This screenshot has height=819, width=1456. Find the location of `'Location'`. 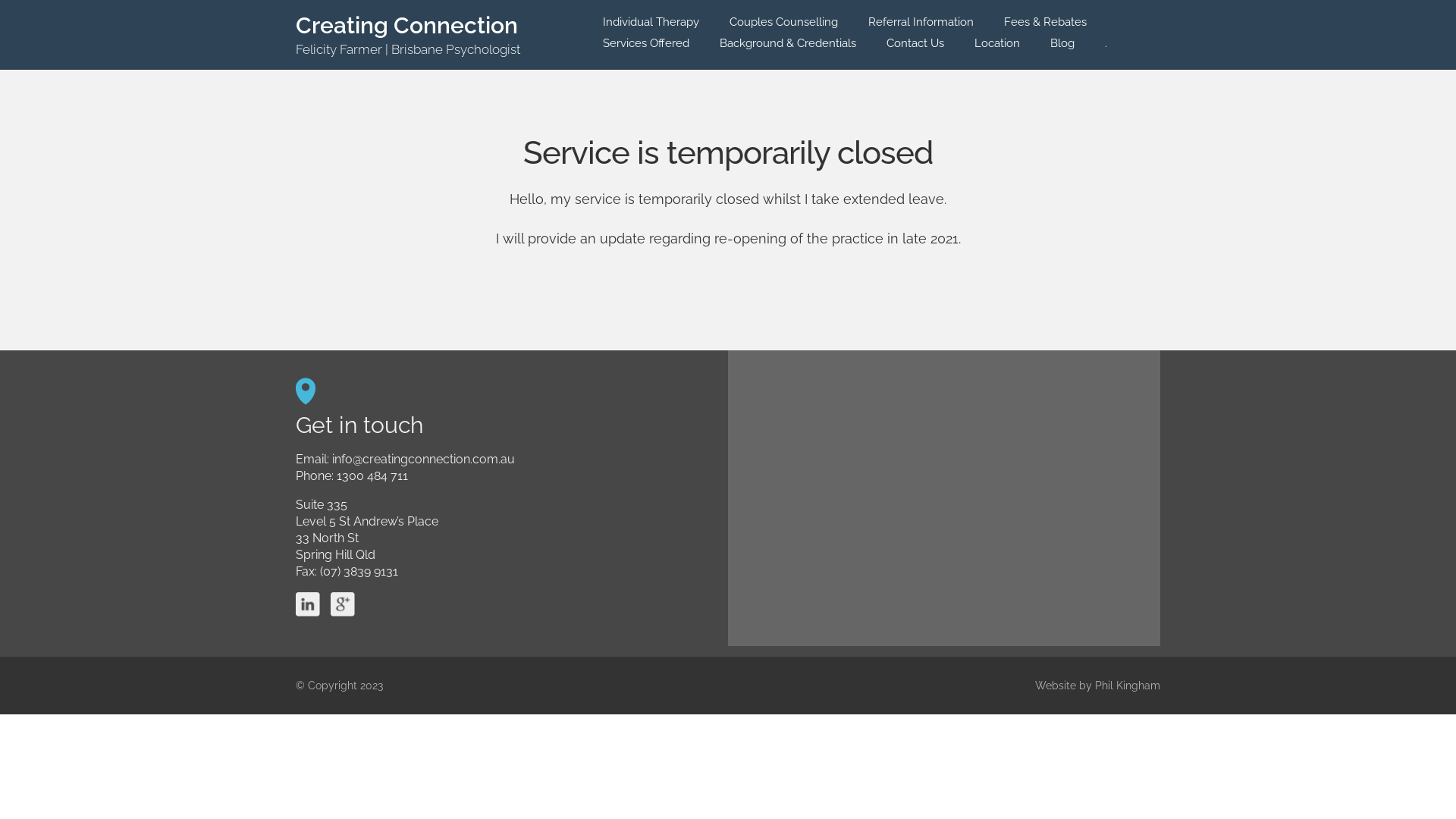

'Location' is located at coordinates (974, 45).